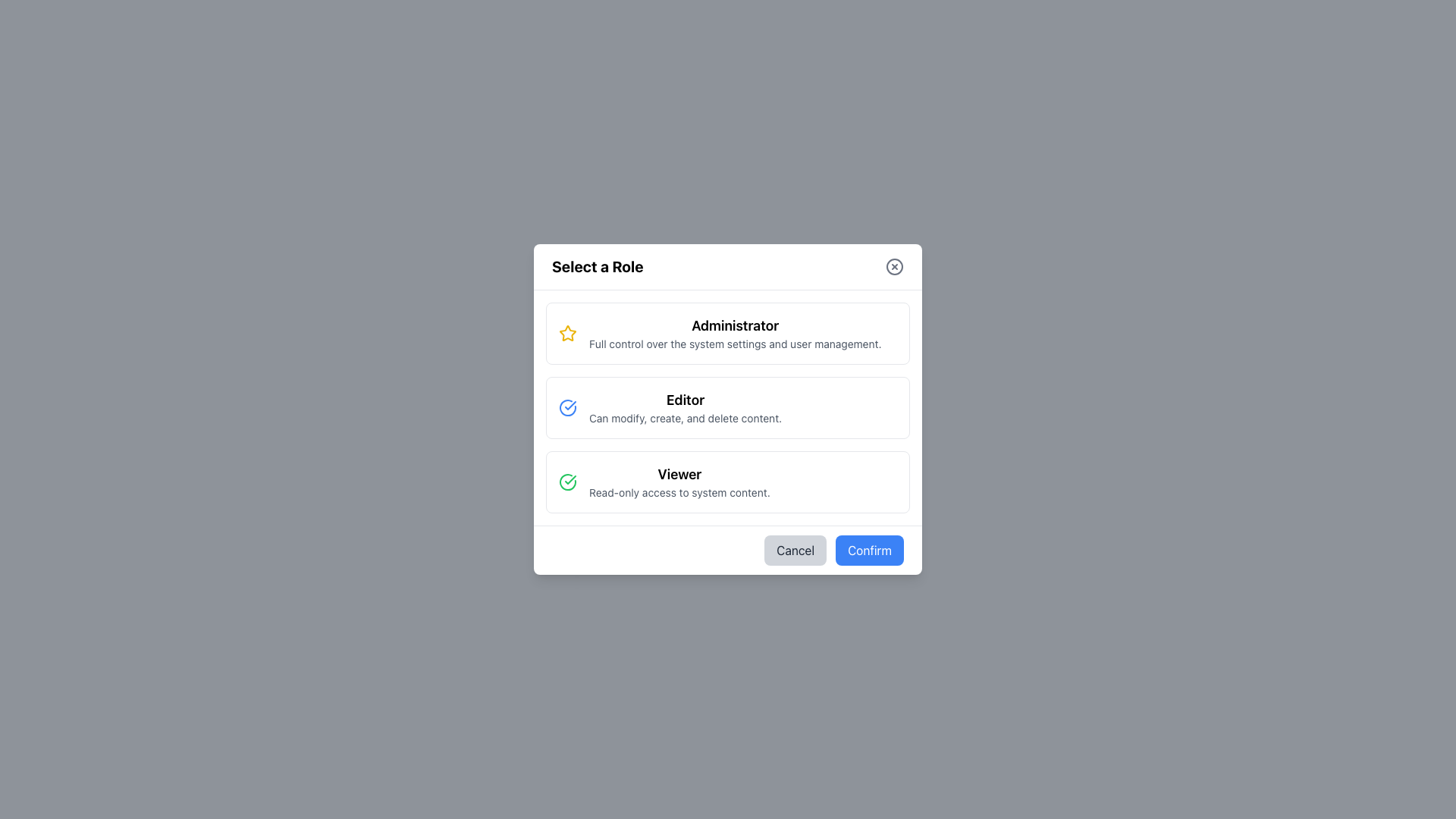  Describe the element at coordinates (566, 482) in the screenshot. I see `the circular checkmark icon with a green stroke located to the left of the 'Viewer' text label in the third block of options under the 'Select a Role' heading` at that location.